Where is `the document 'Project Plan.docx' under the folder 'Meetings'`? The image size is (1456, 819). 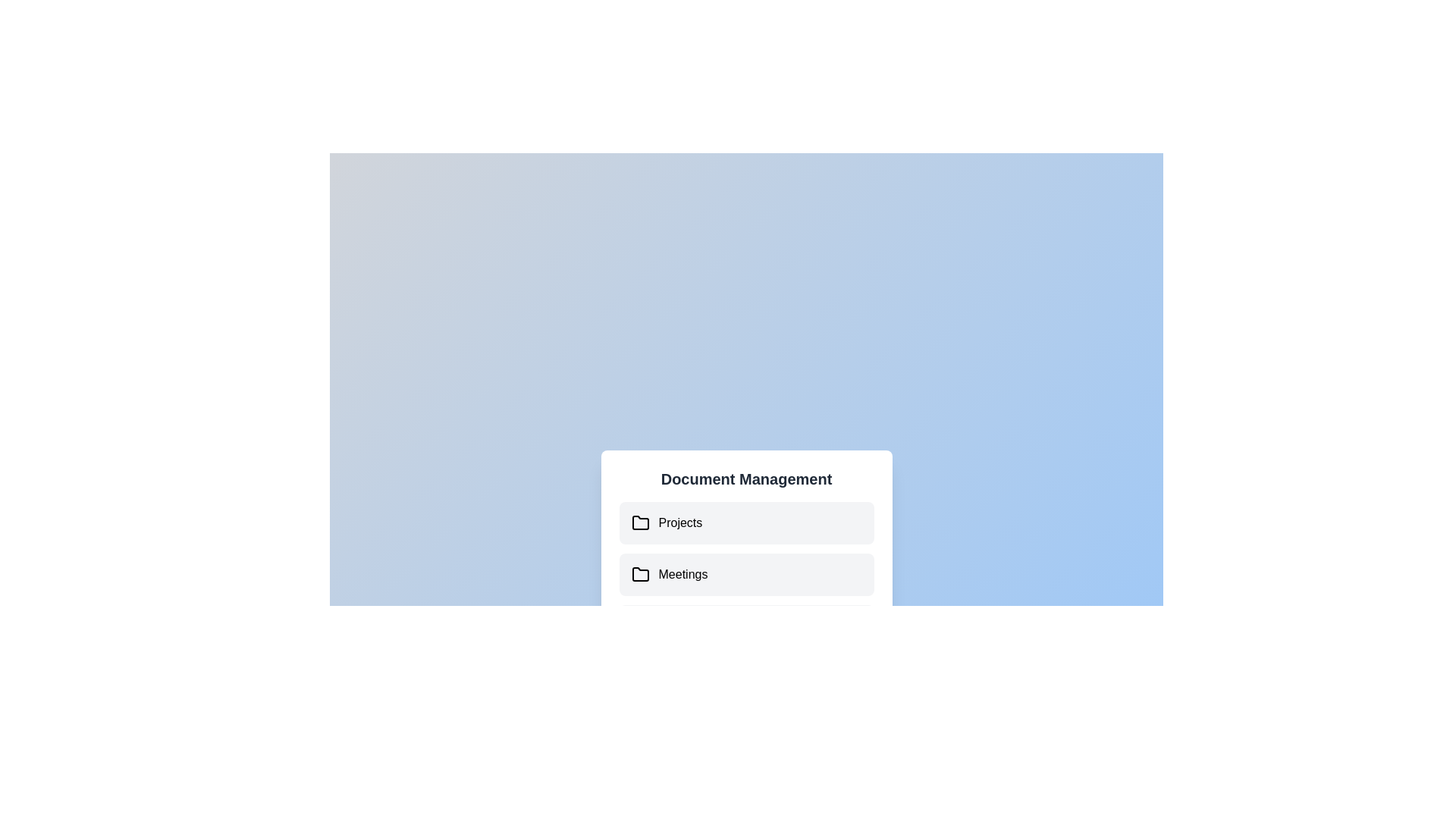
the document 'Project Plan.docx' under the folder 'Meetings' is located at coordinates (746, 575).